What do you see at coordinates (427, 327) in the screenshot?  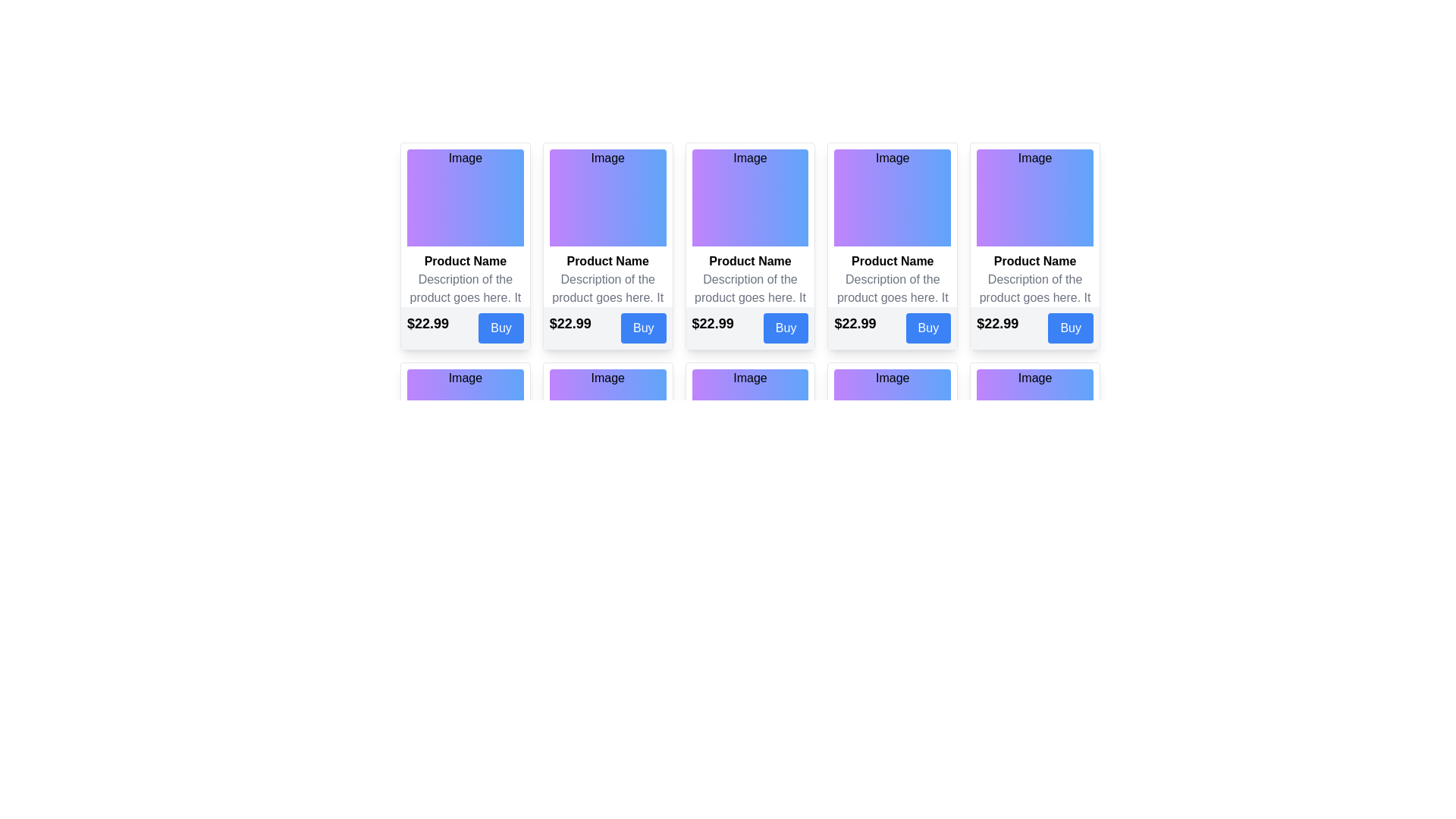 I see `the text label displaying the price '$22.99', which is styled in bold font and located at the bottom-left of the product card, above the 'Buy' button` at bounding box center [427, 327].